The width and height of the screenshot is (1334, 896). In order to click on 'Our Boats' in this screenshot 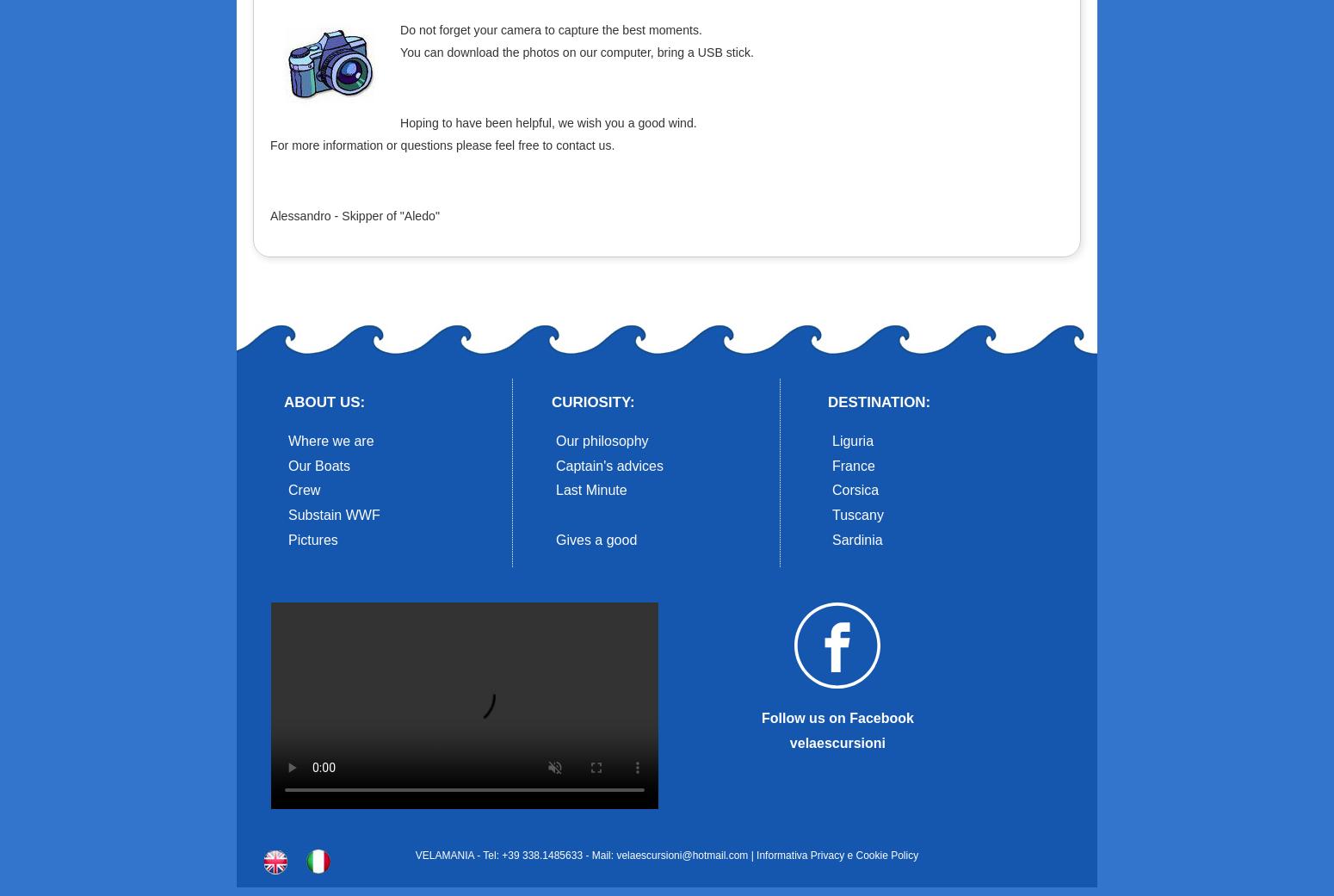, I will do `click(318, 465)`.